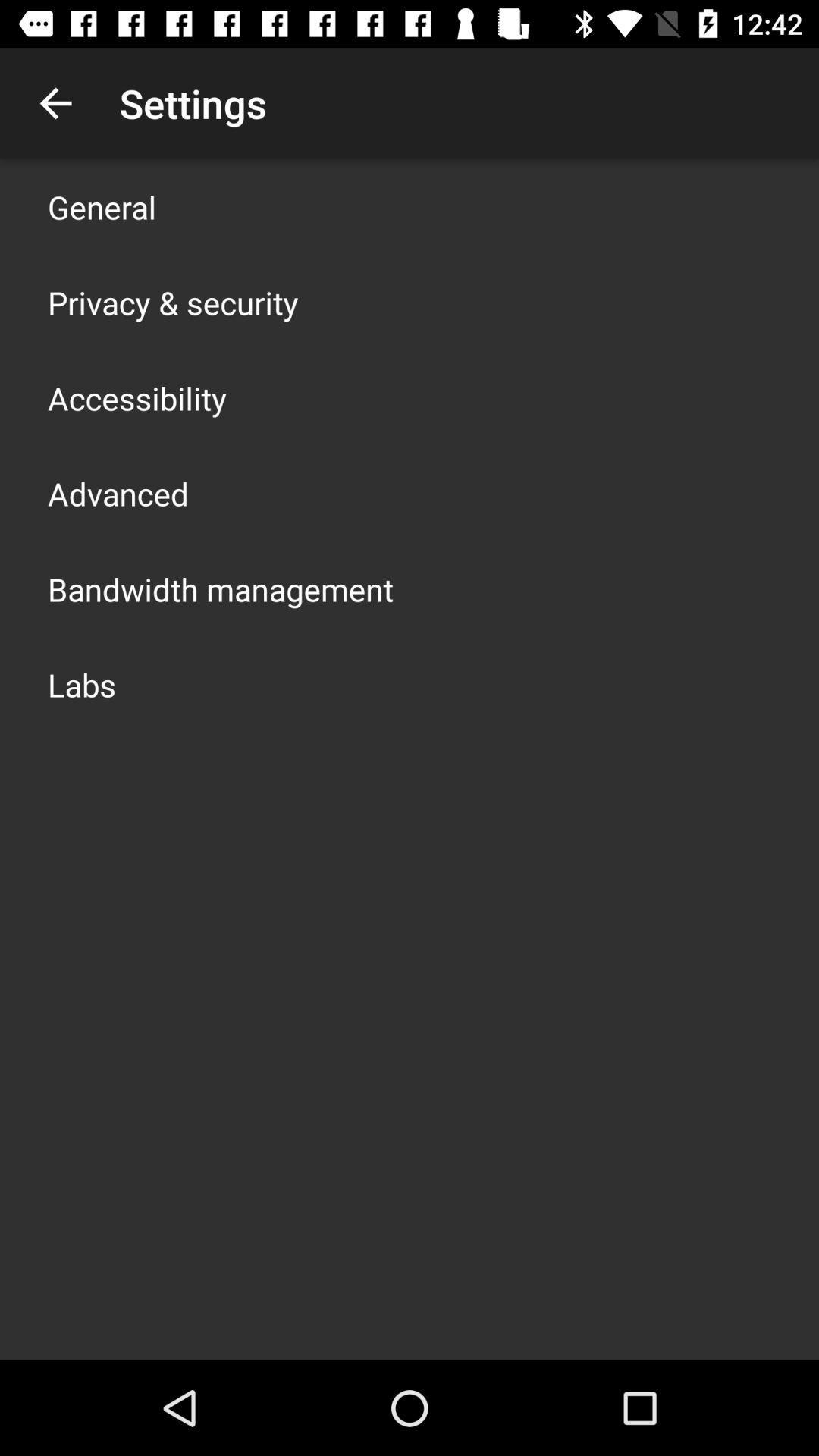 The height and width of the screenshot is (1456, 819). What do you see at coordinates (55, 102) in the screenshot?
I see `the item next to the settings` at bounding box center [55, 102].